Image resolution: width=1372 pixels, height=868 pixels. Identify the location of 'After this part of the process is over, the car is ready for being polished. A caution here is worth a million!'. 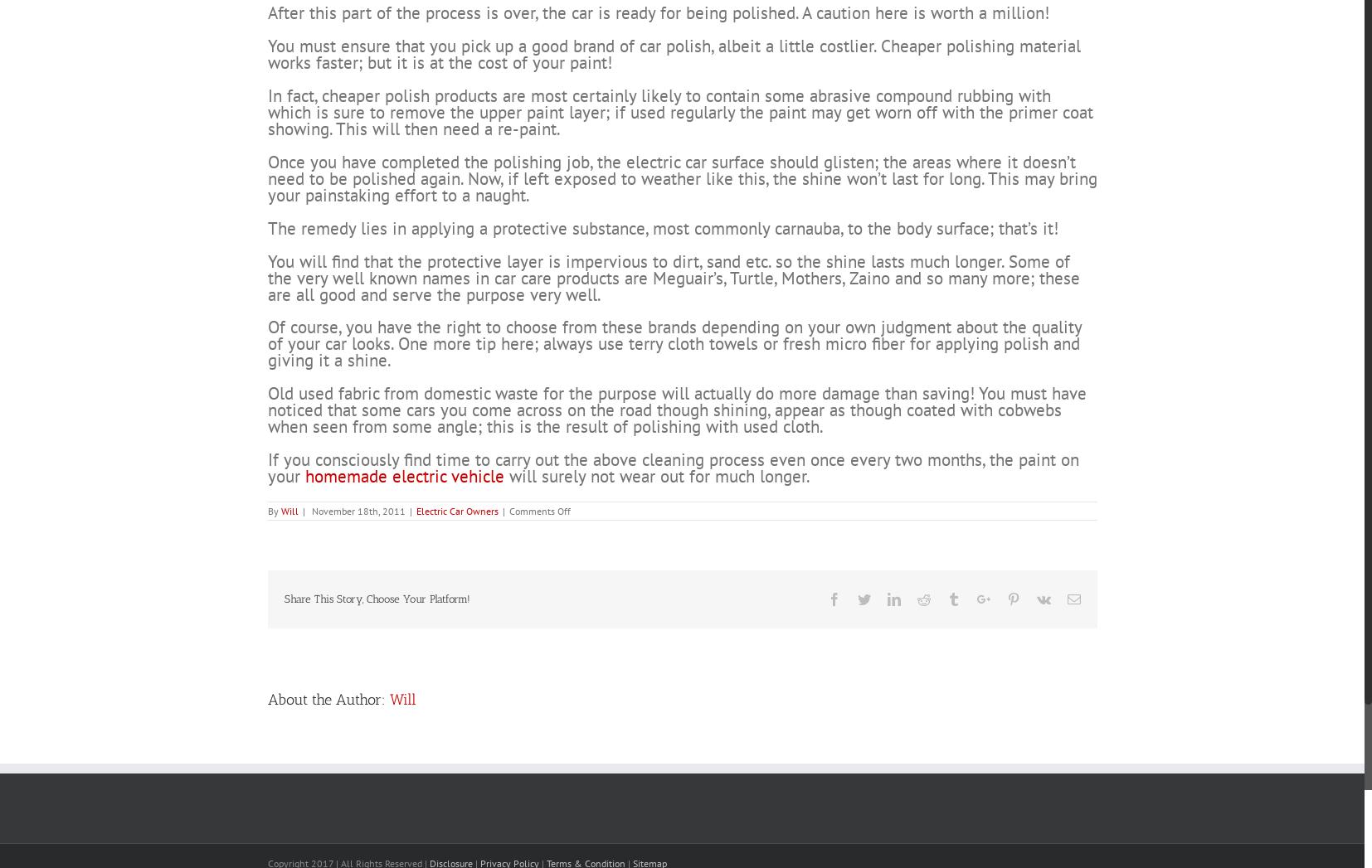
(657, 74).